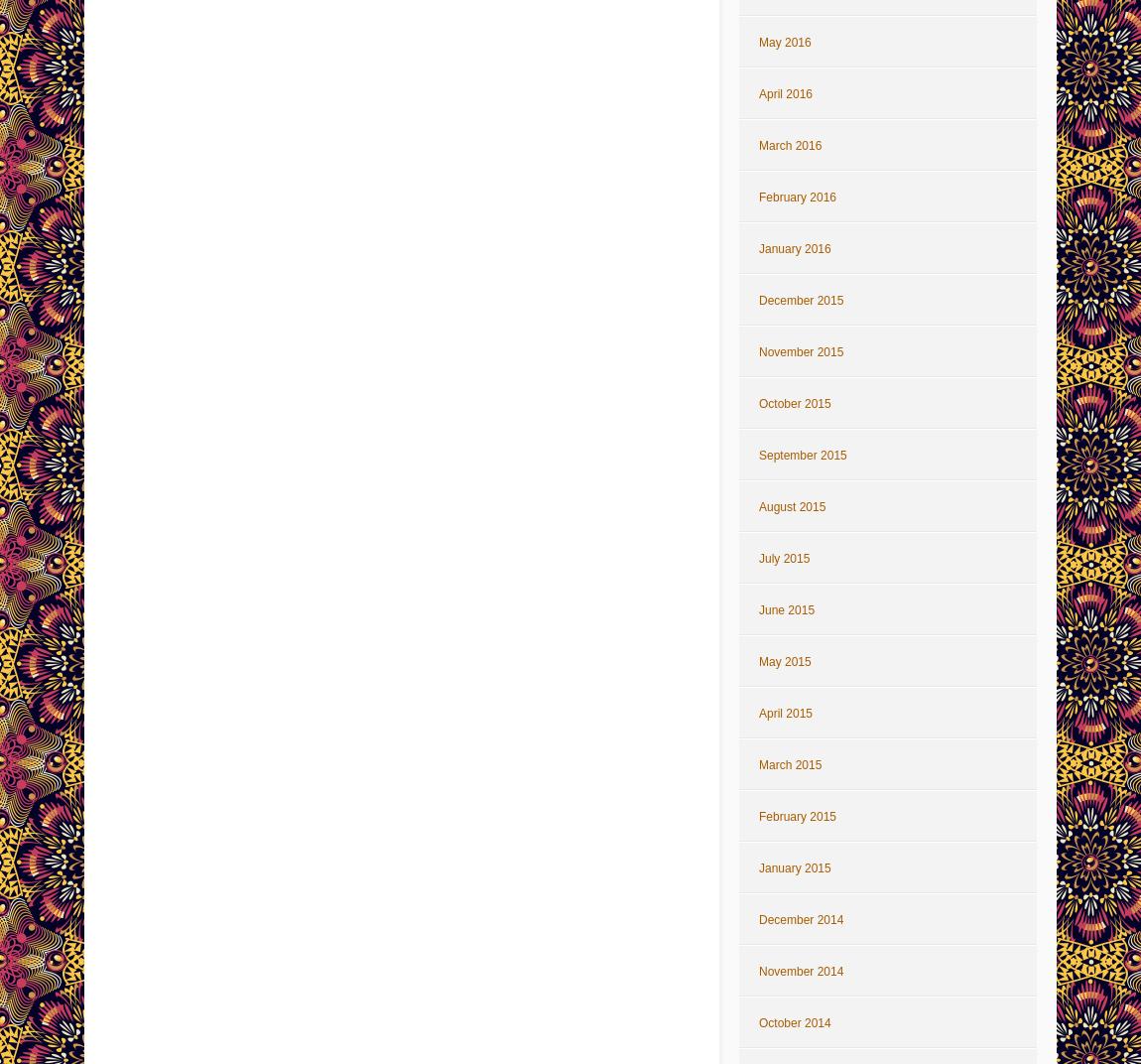  What do you see at coordinates (796, 196) in the screenshot?
I see `'February 2016'` at bounding box center [796, 196].